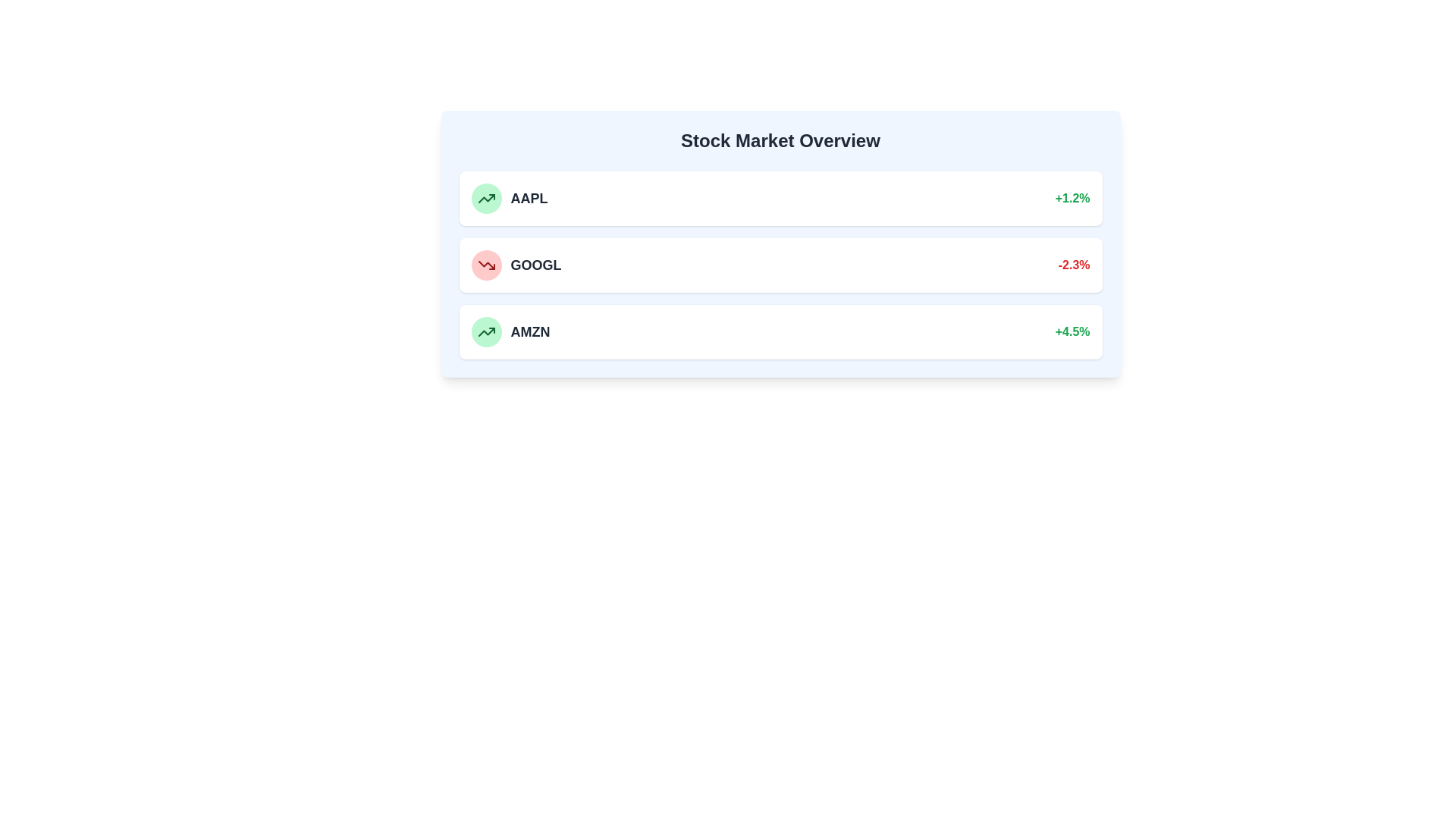 The image size is (1456, 819). What do you see at coordinates (780, 198) in the screenshot?
I see `the stock entry for AAPL to view its details` at bounding box center [780, 198].